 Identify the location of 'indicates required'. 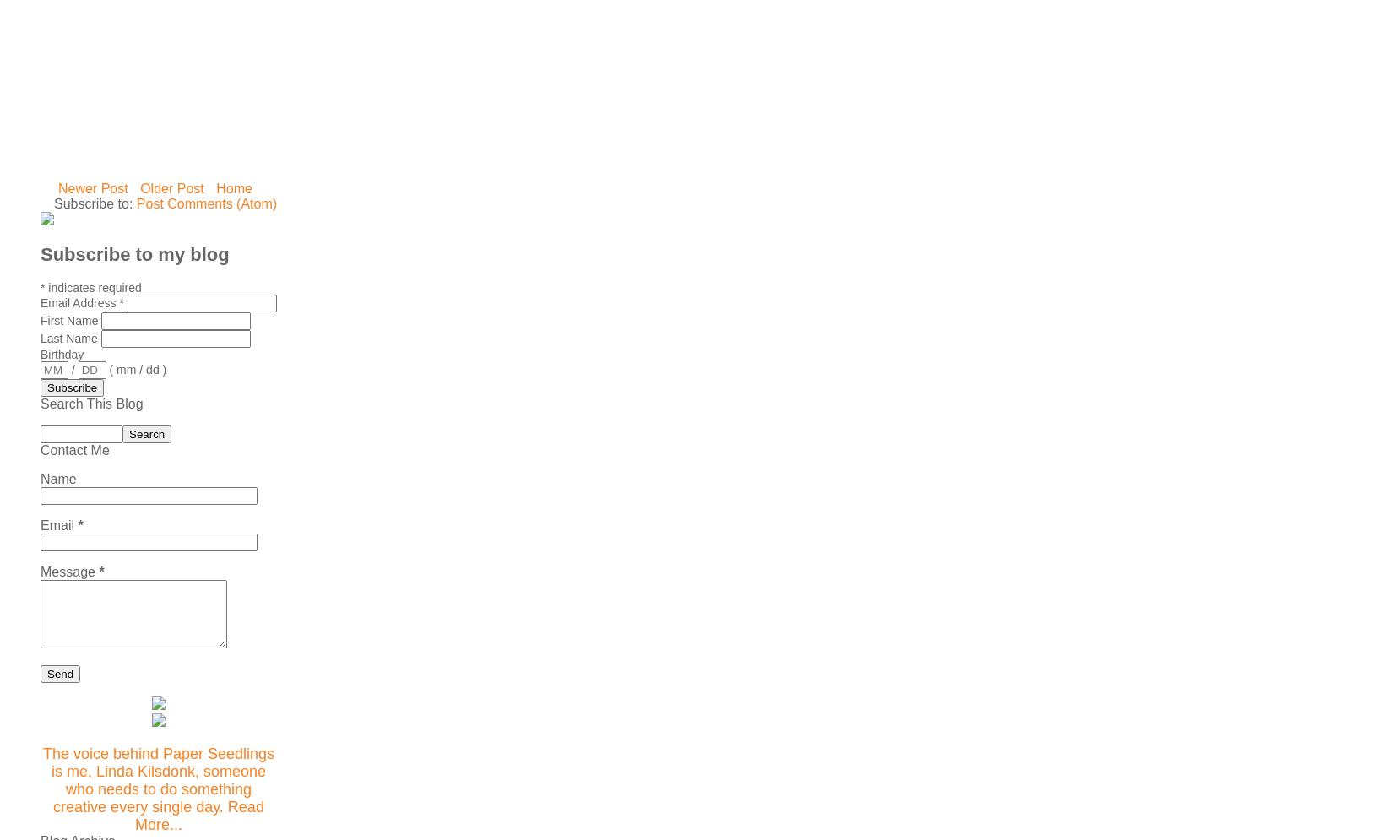
(91, 287).